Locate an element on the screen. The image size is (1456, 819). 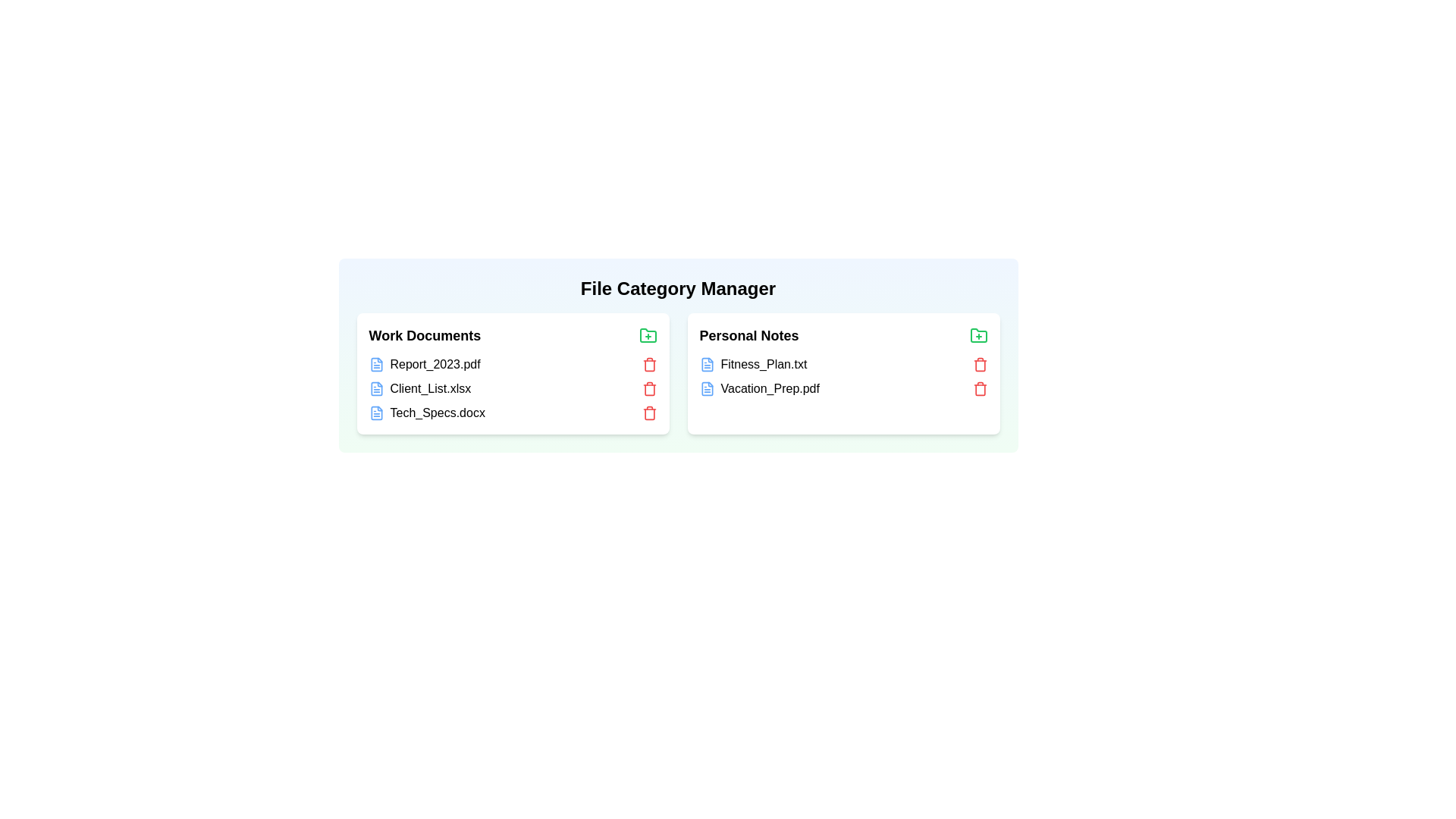
trash icon next to the file Fitness_Plan.txt in the category Personal Notes is located at coordinates (980, 365).